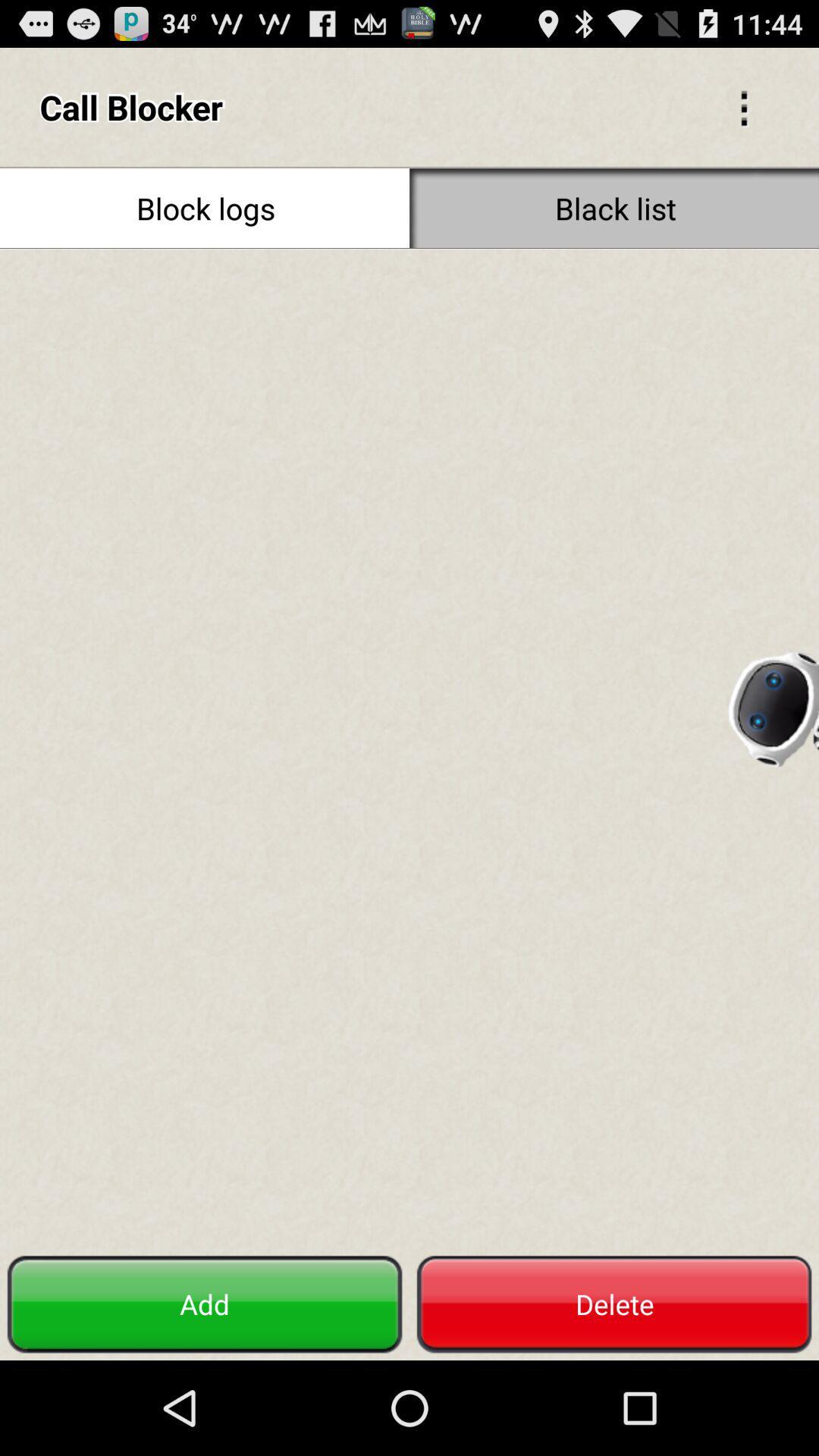  I want to click on open settings, so click(743, 106).